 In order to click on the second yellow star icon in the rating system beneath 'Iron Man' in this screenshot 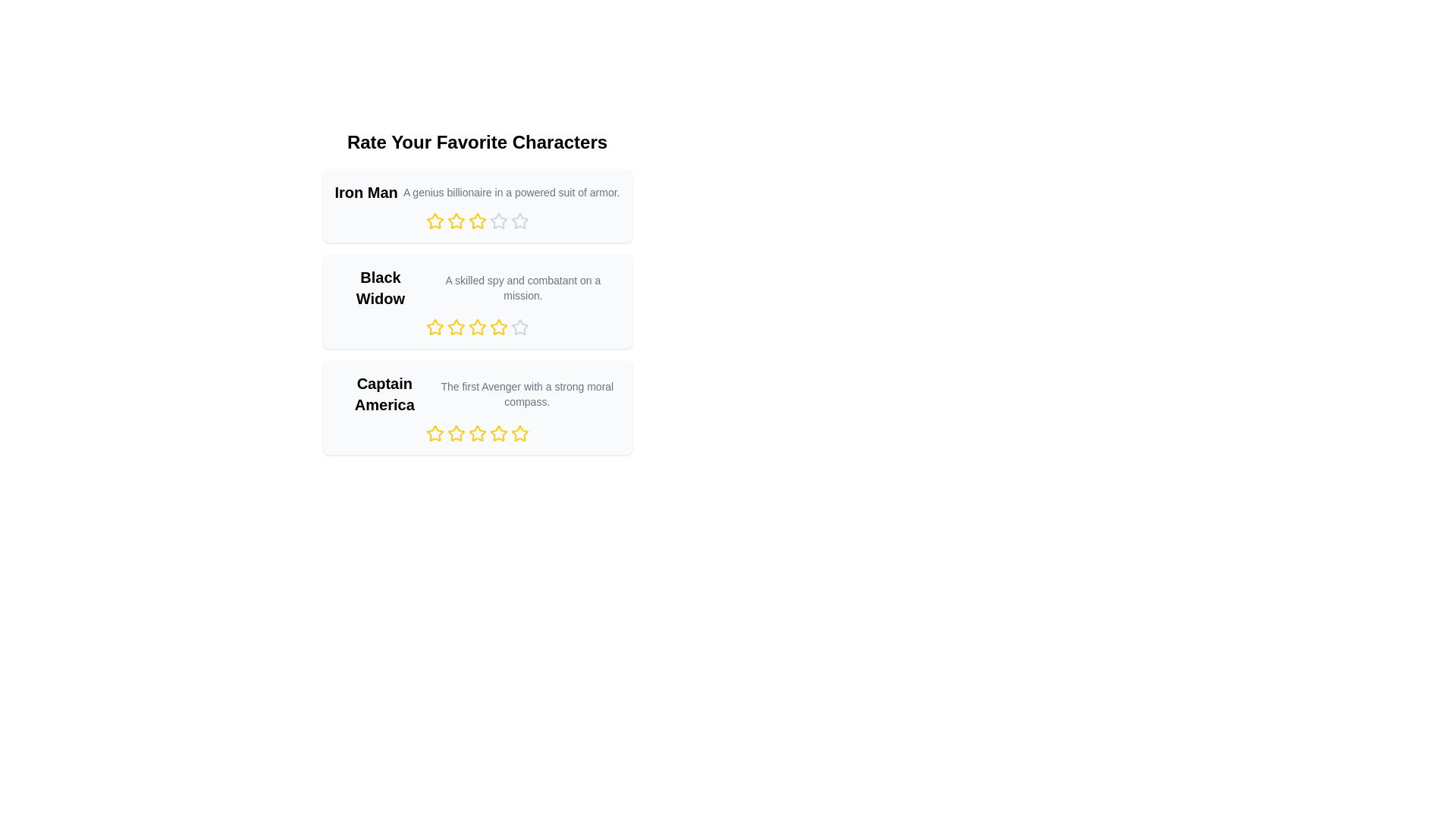, I will do `click(434, 221)`.